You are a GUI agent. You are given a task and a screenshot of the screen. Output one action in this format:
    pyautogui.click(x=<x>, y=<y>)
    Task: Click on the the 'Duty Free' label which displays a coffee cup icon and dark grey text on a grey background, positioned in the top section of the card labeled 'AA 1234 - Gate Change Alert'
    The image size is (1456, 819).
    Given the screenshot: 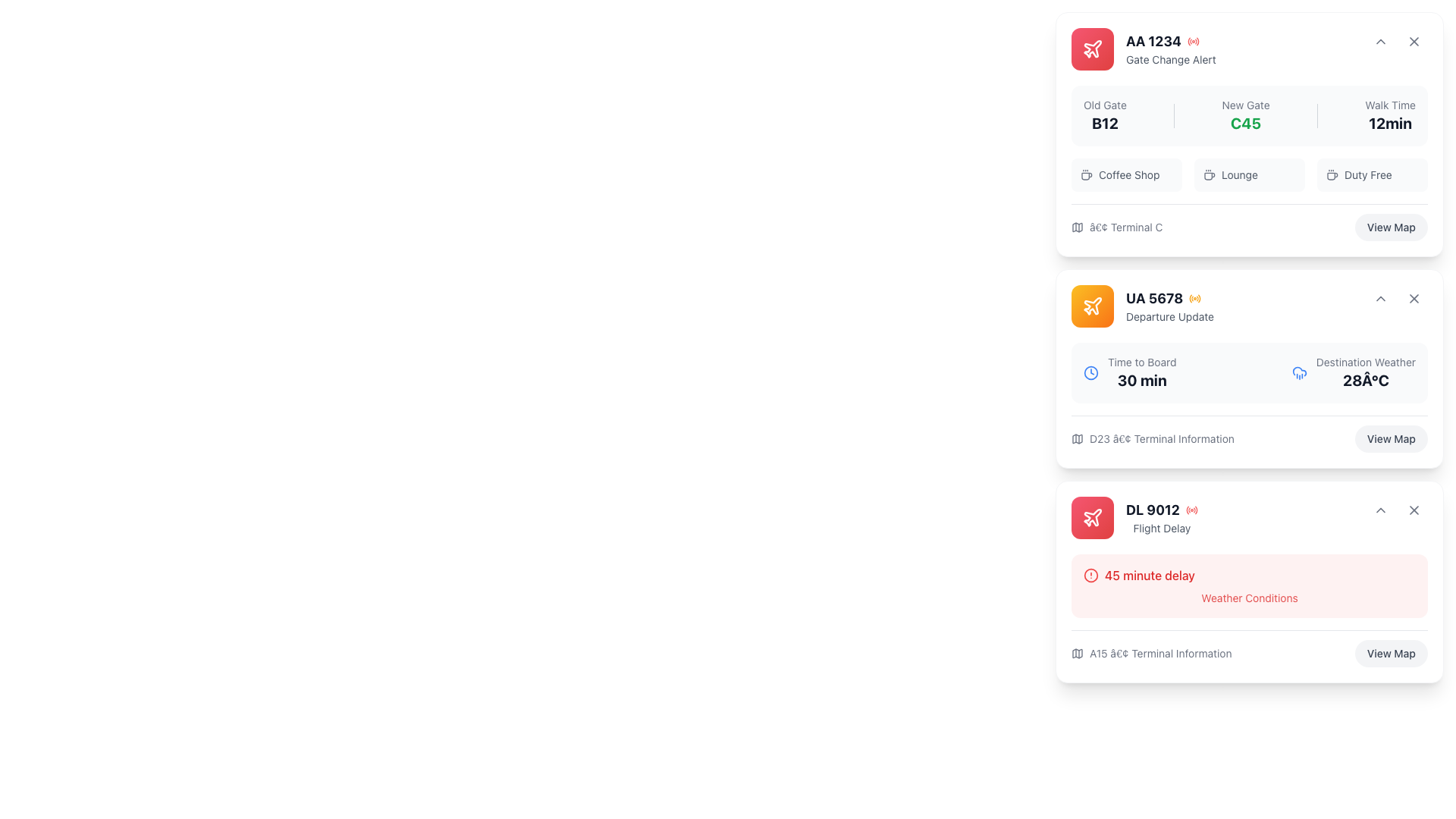 What is the action you would take?
    pyautogui.click(x=1372, y=174)
    